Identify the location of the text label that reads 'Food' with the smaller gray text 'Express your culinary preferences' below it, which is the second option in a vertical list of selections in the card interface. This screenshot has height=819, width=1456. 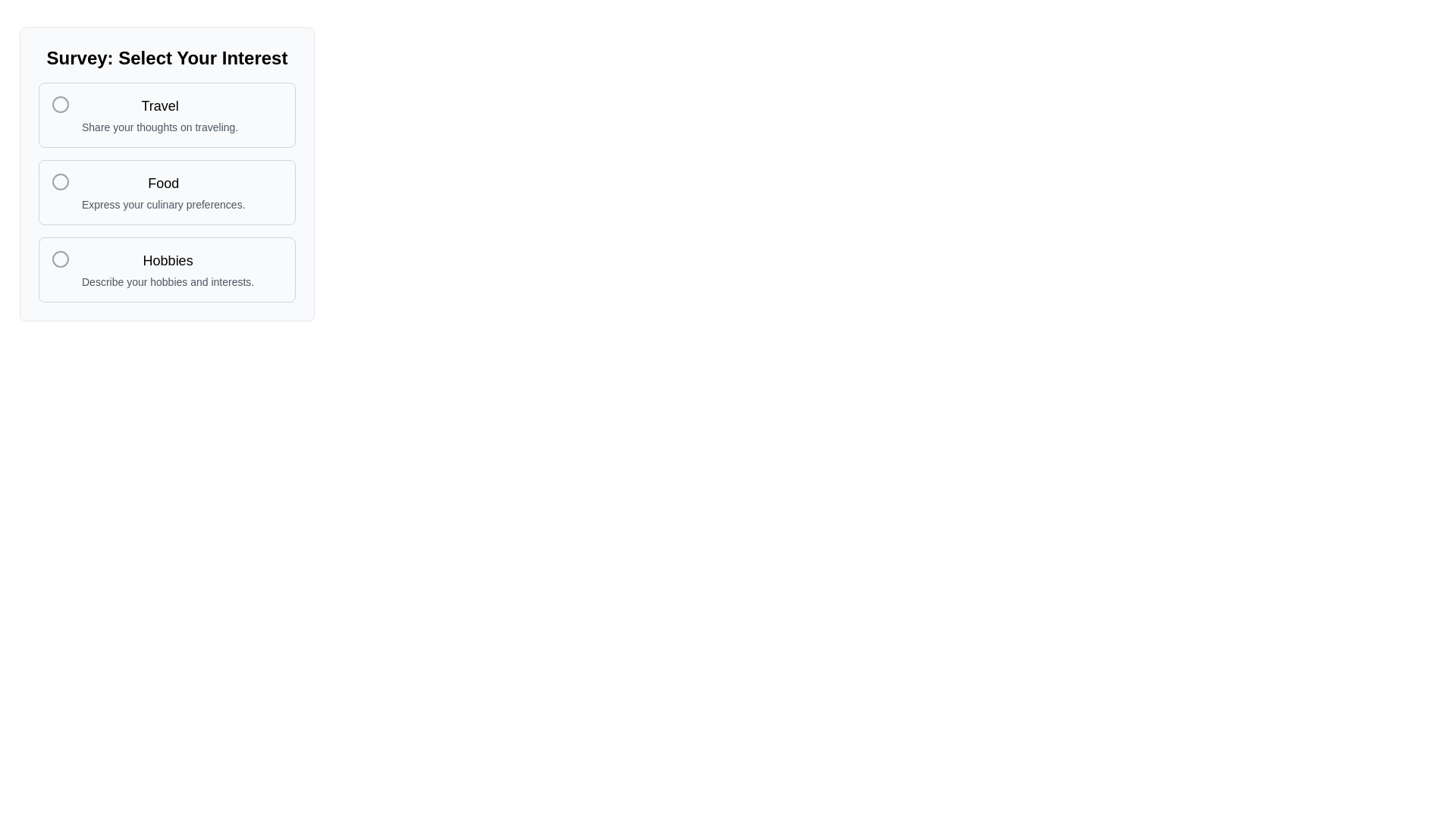
(163, 192).